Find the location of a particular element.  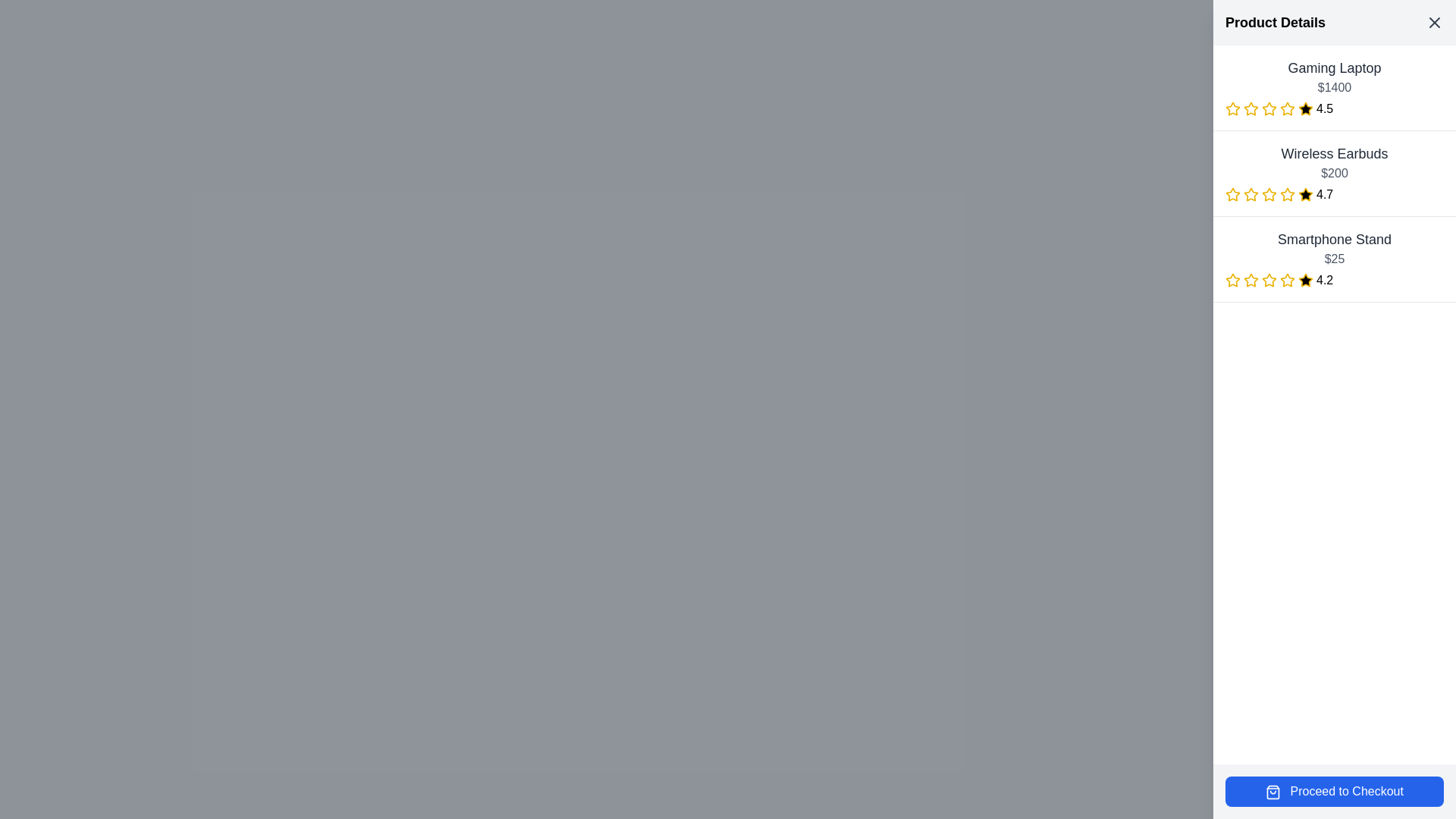

the third star icon in the ratings section for the 'Gaming Laptop' product, which represents a single step in the rating system is located at coordinates (1251, 108).